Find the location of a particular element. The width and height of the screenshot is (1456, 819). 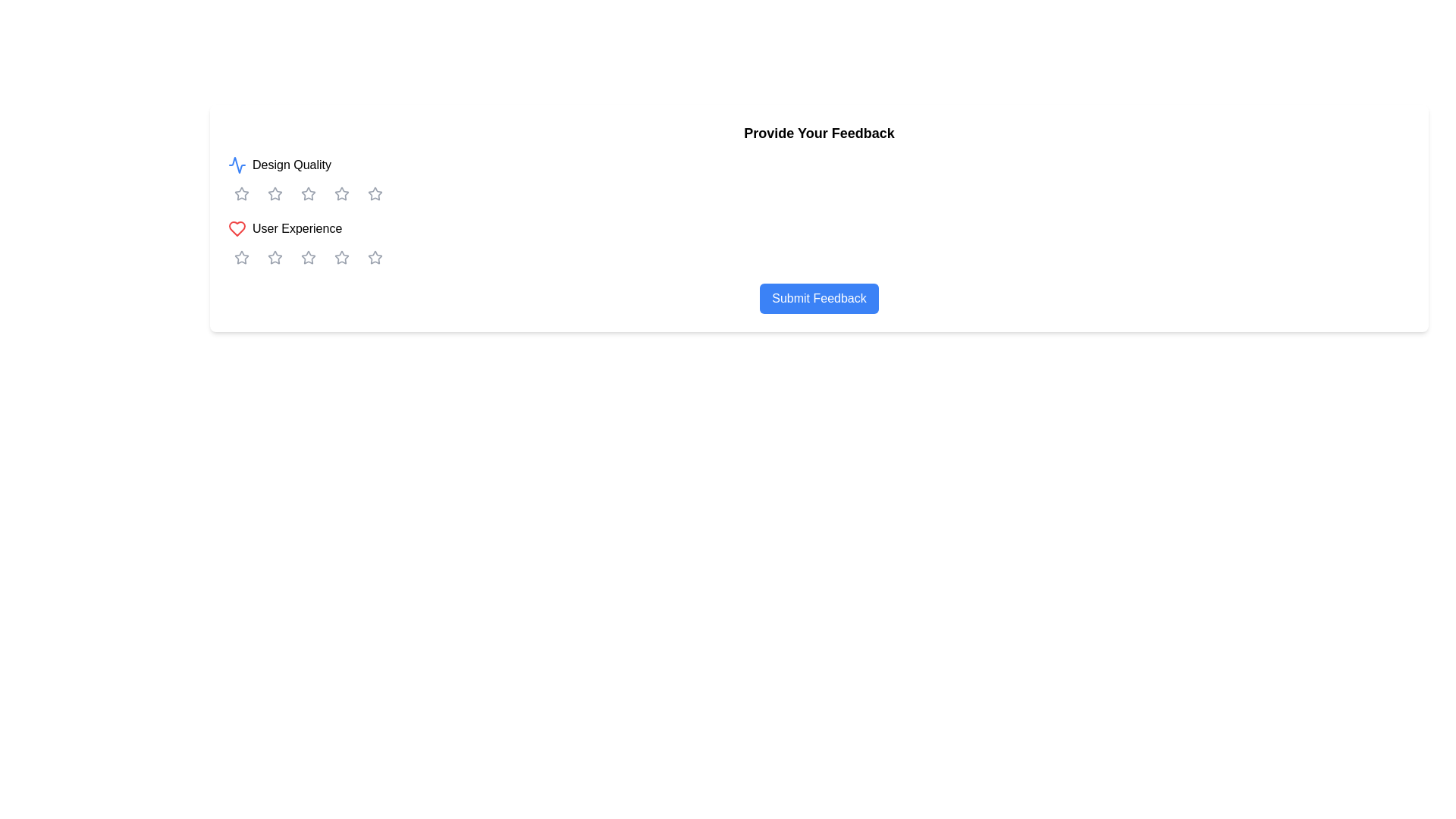

the first hollow star icon is located at coordinates (240, 256).